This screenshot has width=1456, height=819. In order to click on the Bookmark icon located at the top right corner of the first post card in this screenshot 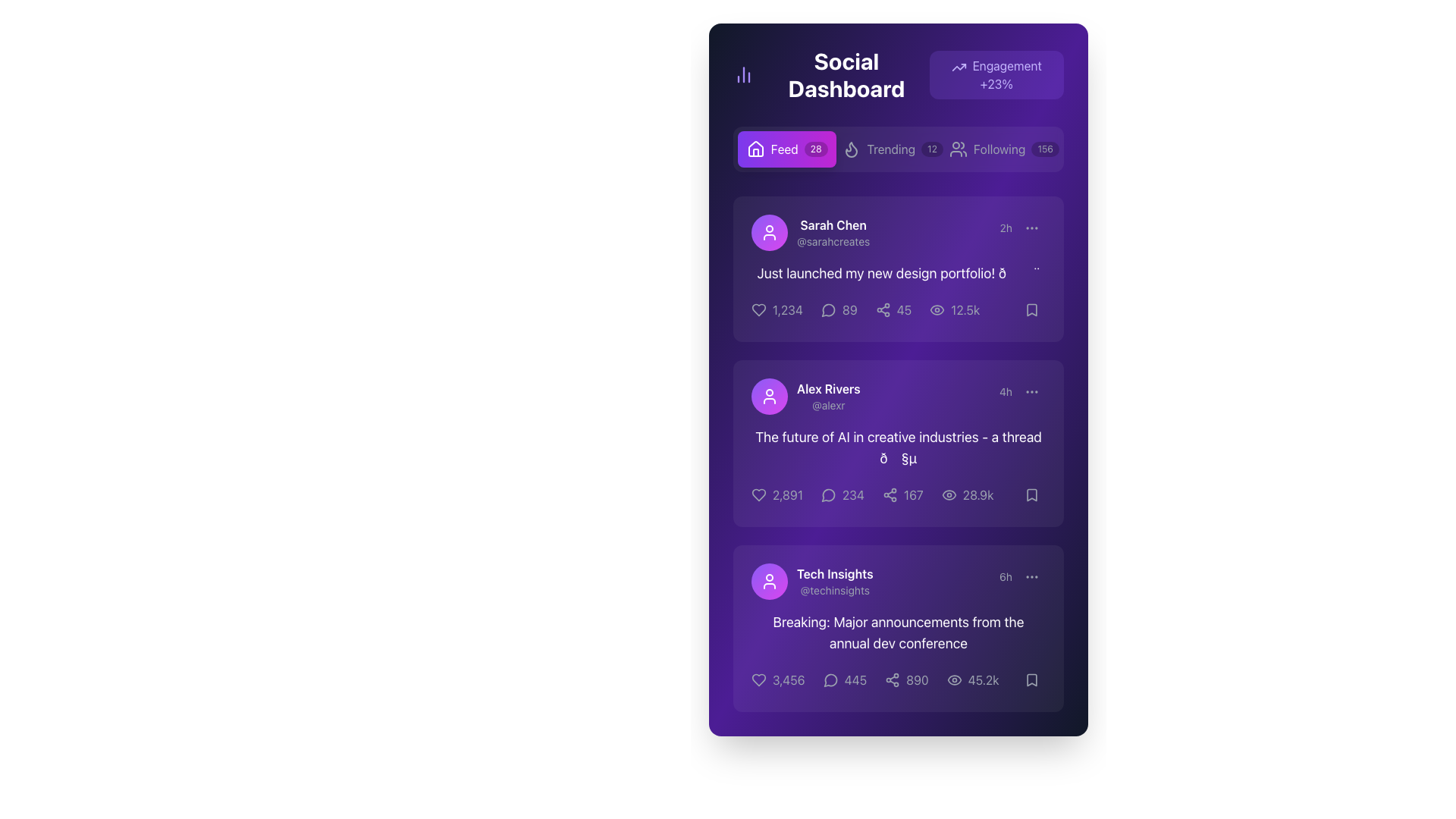, I will do `click(1031, 309)`.